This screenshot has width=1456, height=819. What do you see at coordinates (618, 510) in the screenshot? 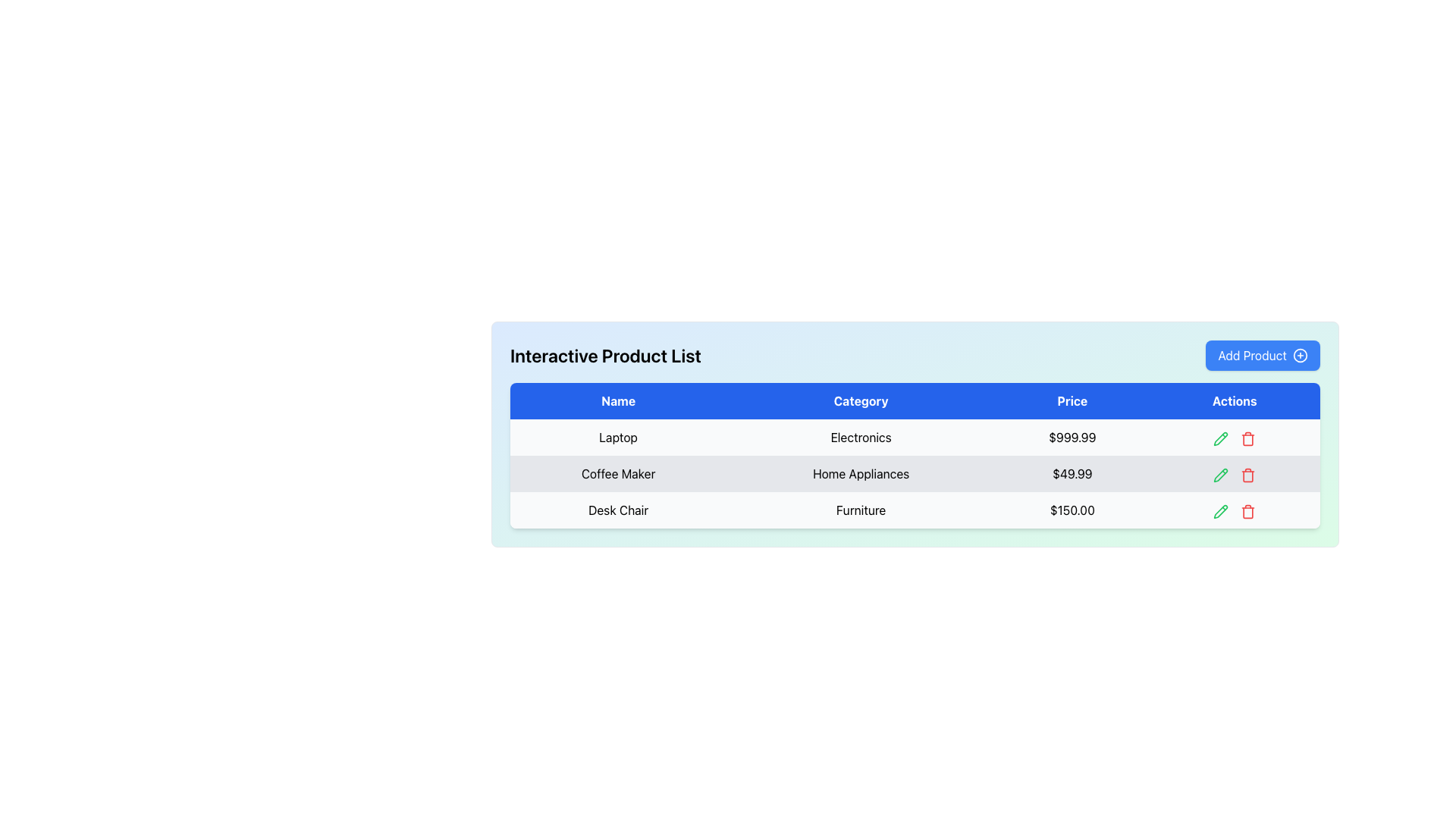
I see `the text element displaying 'Desk Chair' located in the leftmost cell of the third row under the 'Name' column in a tabular layout` at bounding box center [618, 510].